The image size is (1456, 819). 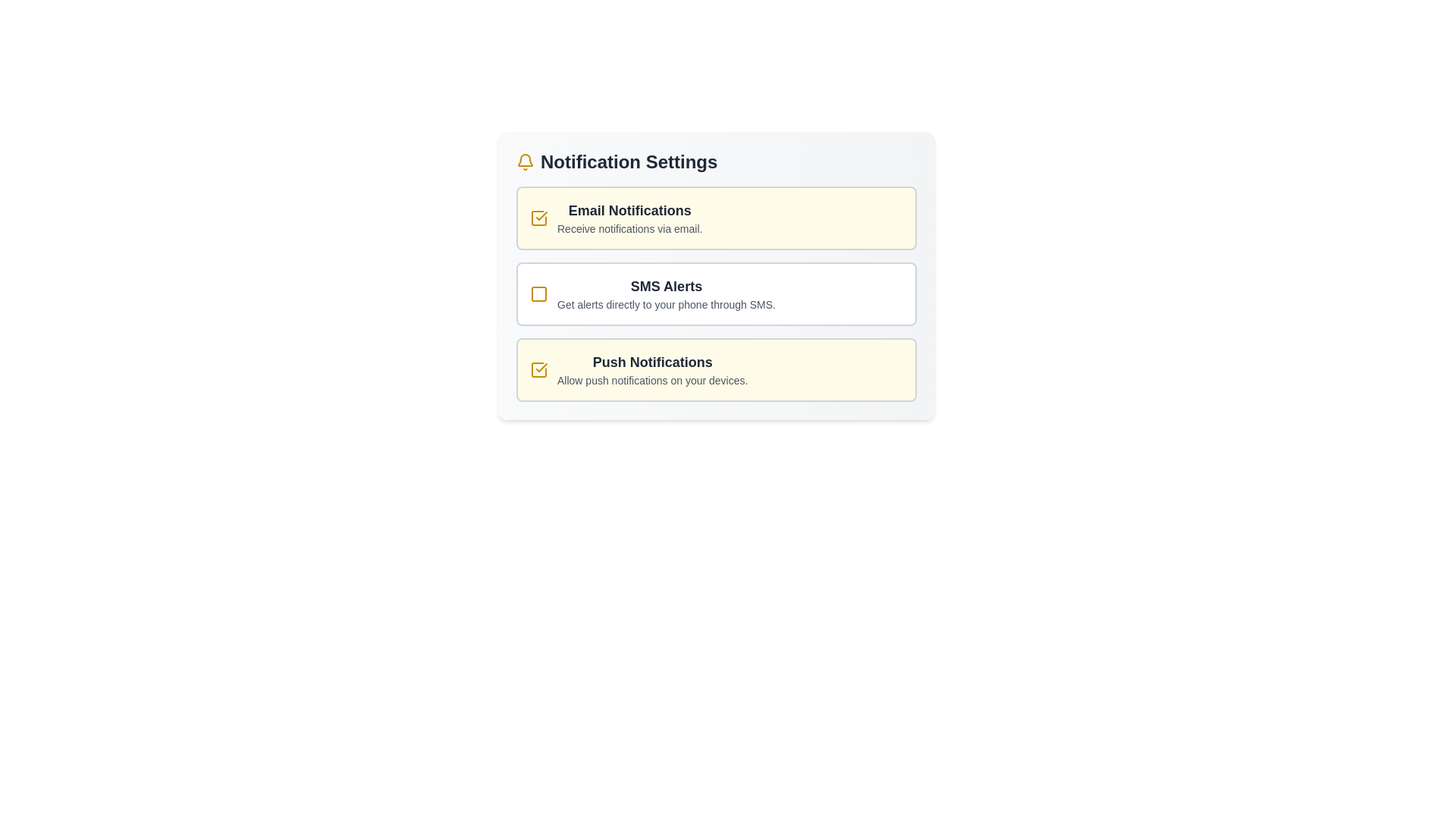 I want to click on the static text element that reads 'Allow push notifications on your devices.' located below the 'Push Notifications' heading, so click(x=652, y=379).